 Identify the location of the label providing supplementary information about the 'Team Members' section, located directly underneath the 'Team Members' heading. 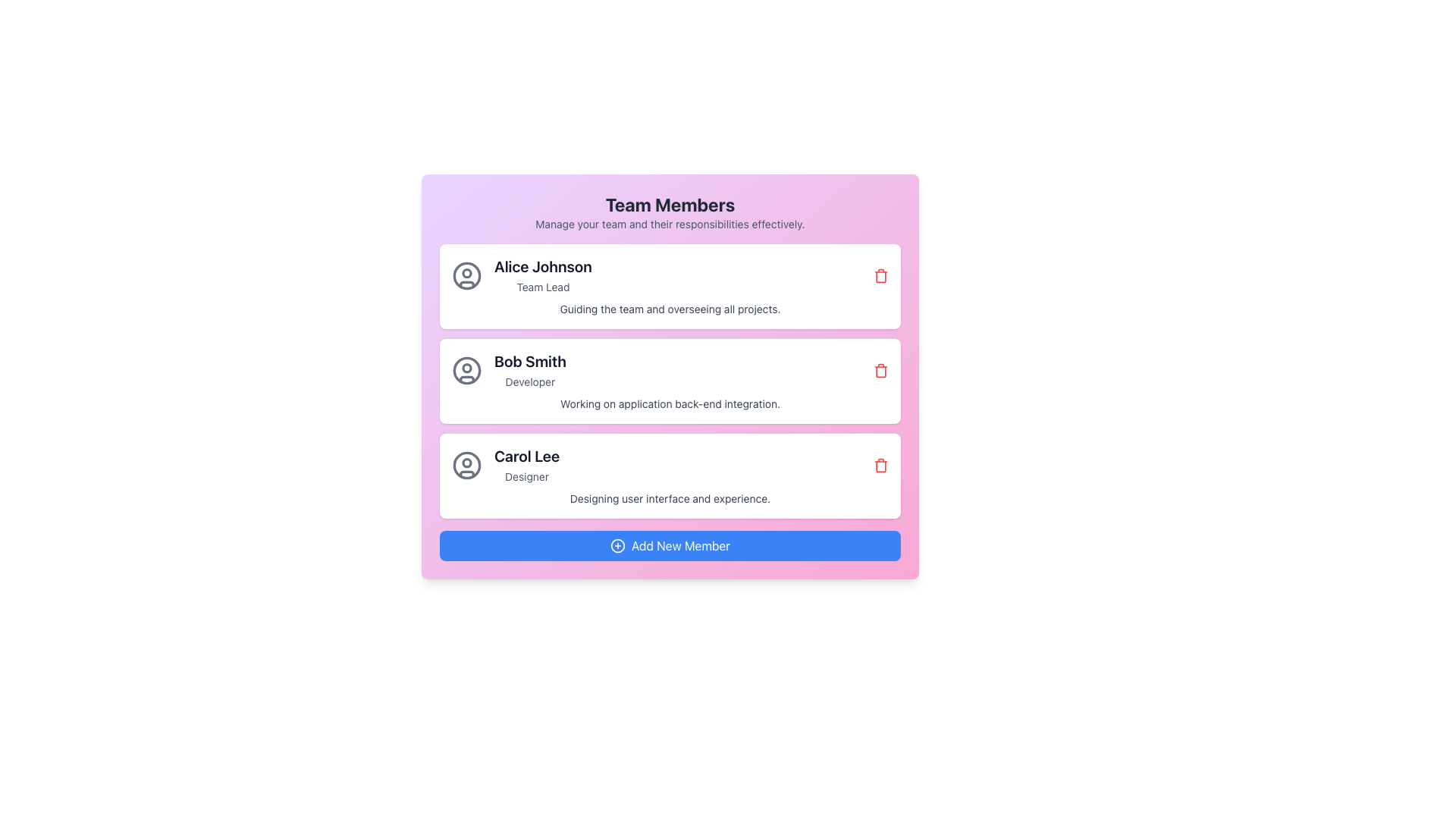
(669, 224).